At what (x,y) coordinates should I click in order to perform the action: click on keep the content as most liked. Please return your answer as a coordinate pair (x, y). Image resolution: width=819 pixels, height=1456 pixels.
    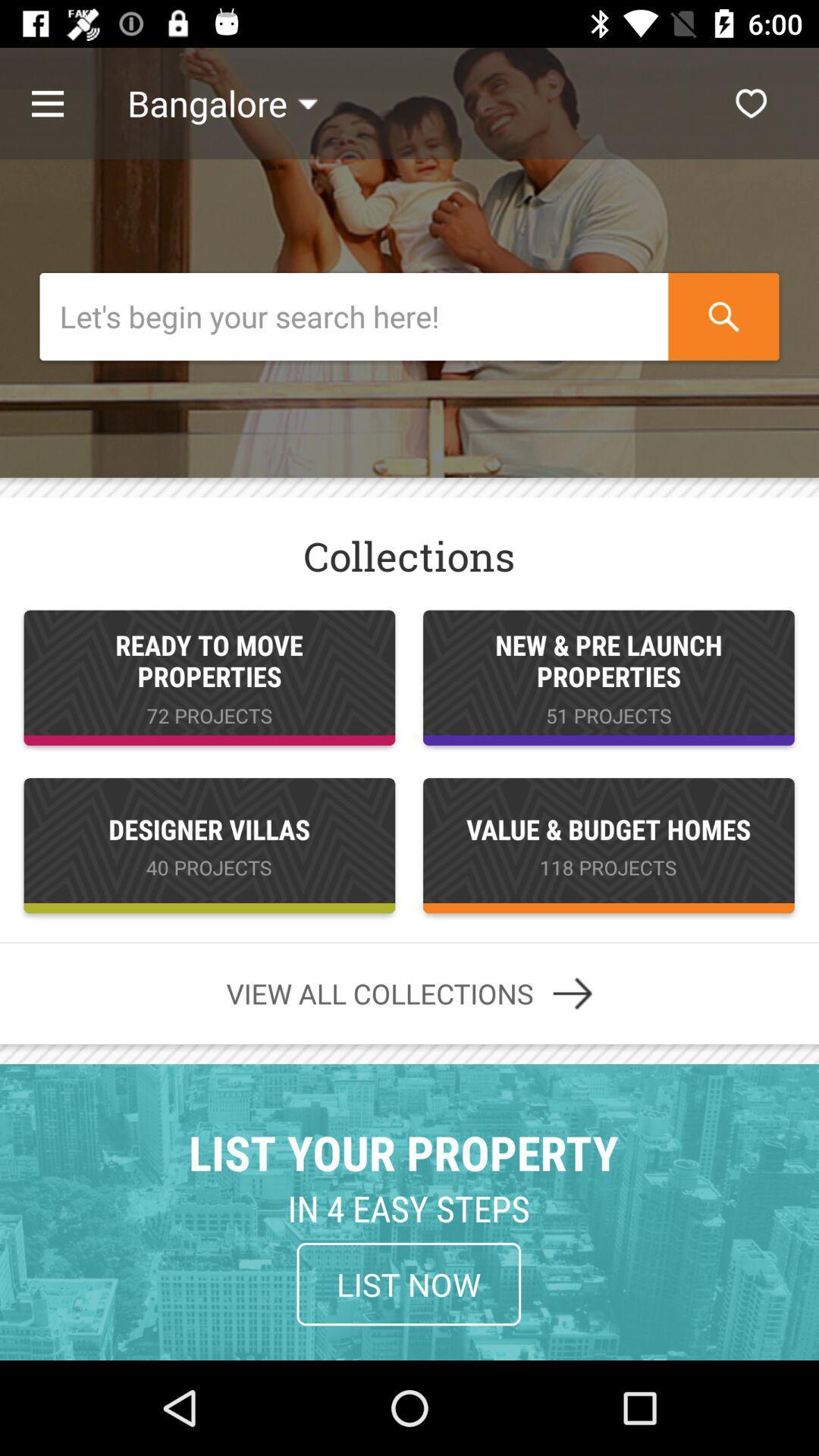
    Looking at the image, I should click on (751, 102).